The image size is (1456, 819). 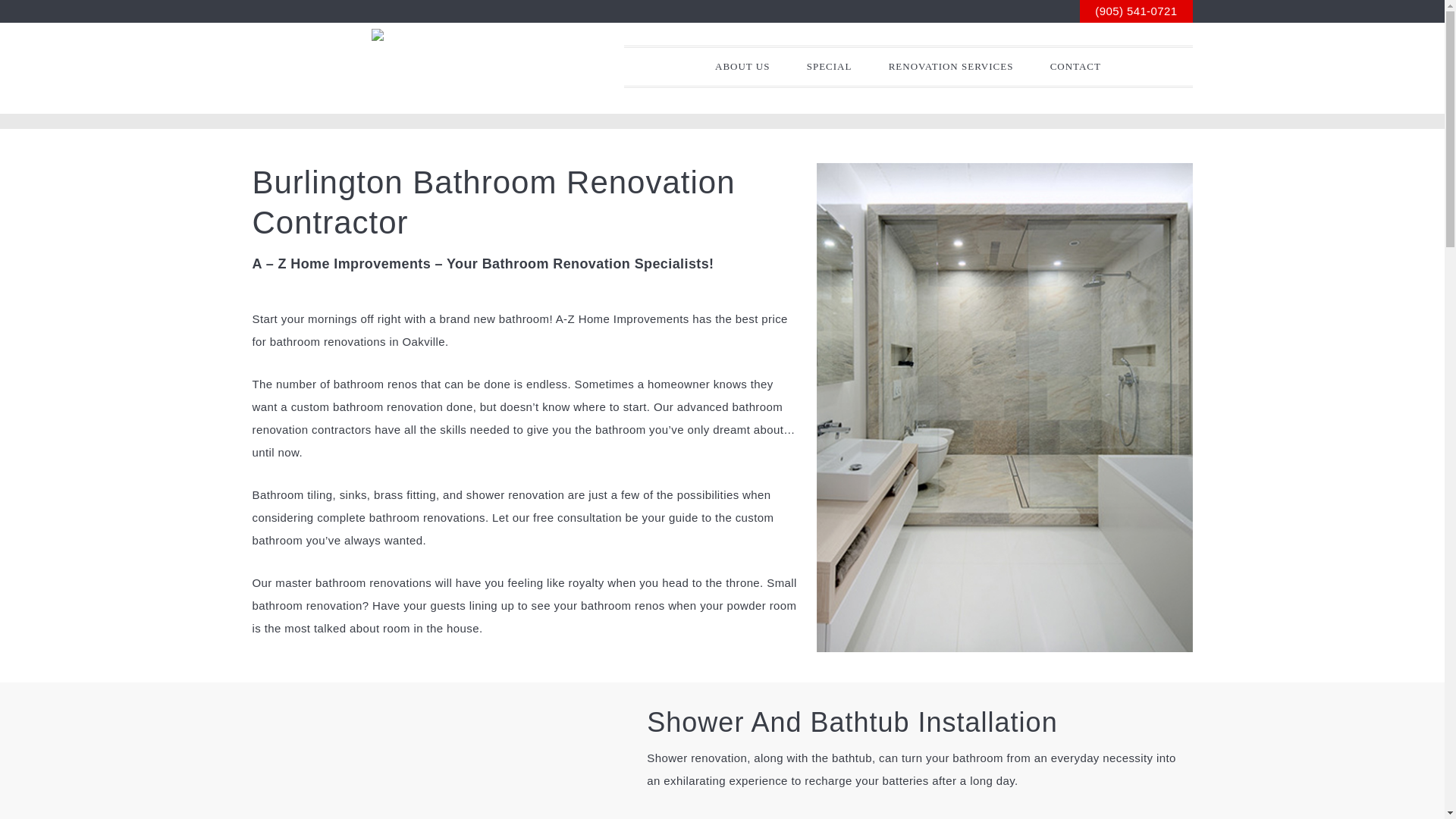 I want to click on 'RENOVATION SERVICES', so click(x=872, y=66).